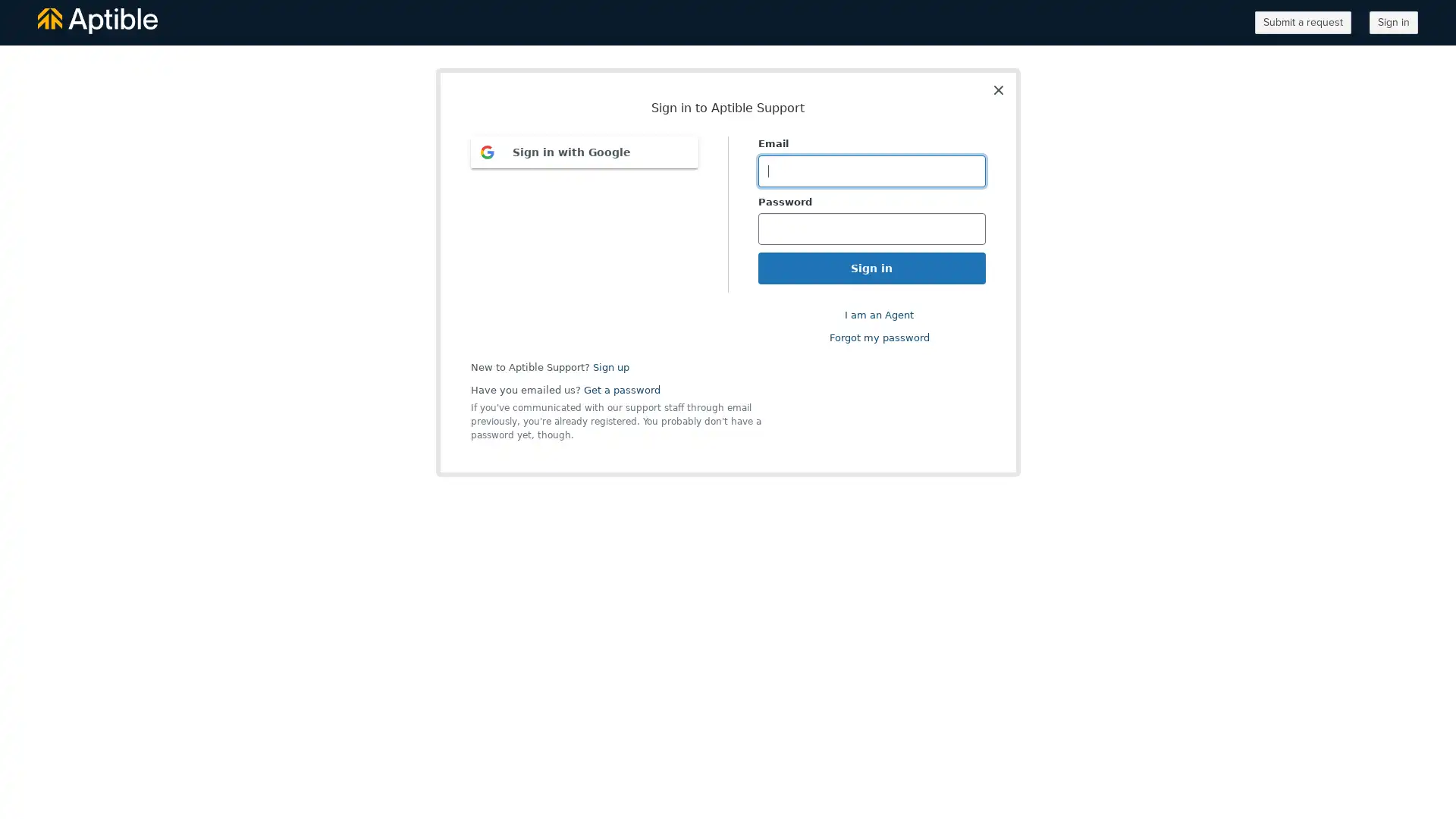 This screenshot has height=819, width=1456. I want to click on Submit a request, so click(1302, 23).